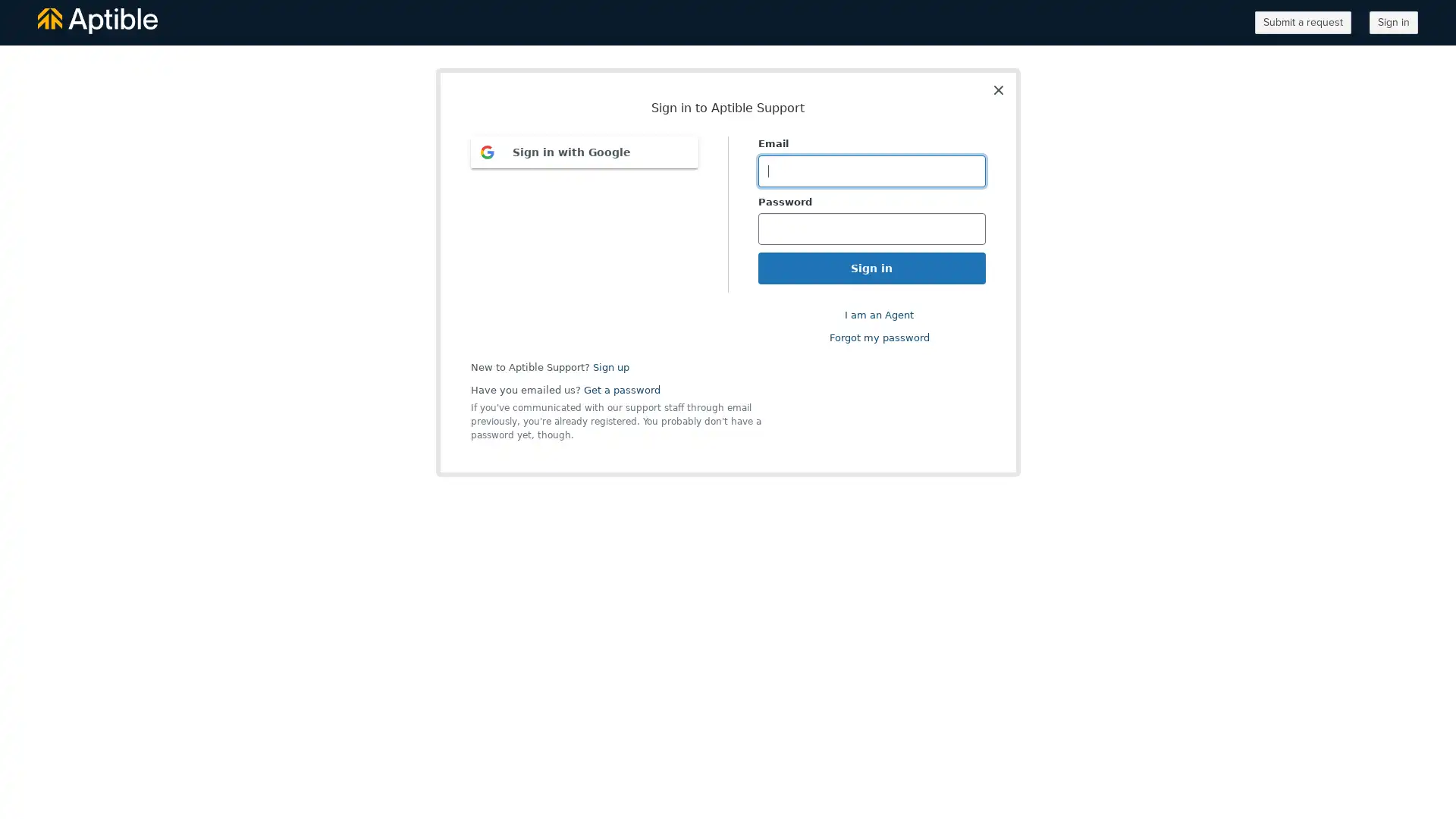 This screenshot has height=819, width=1456. I want to click on Submit a request, so click(1302, 23).